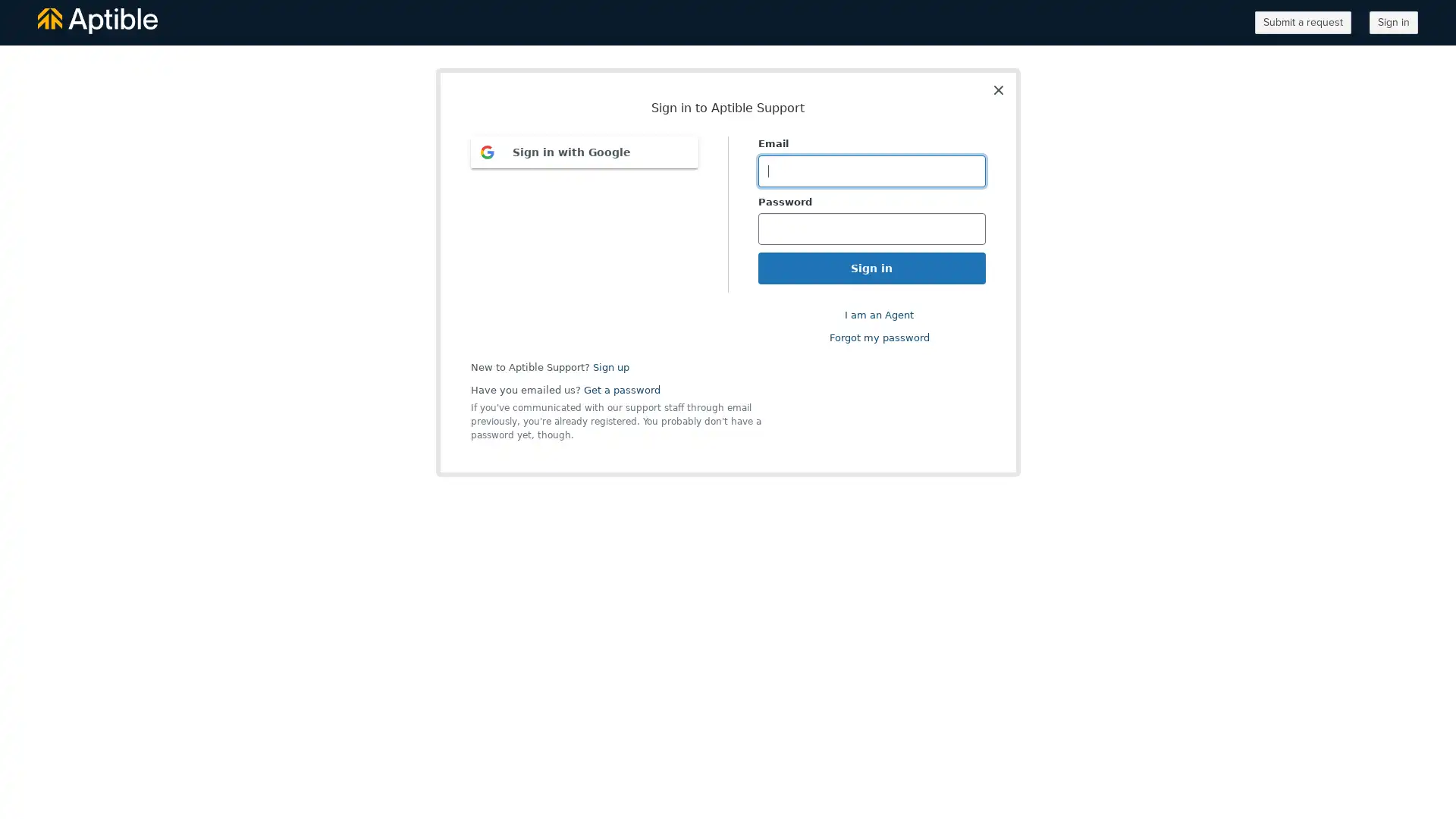 This screenshot has height=819, width=1456. I want to click on Submit a request, so click(1302, 23).